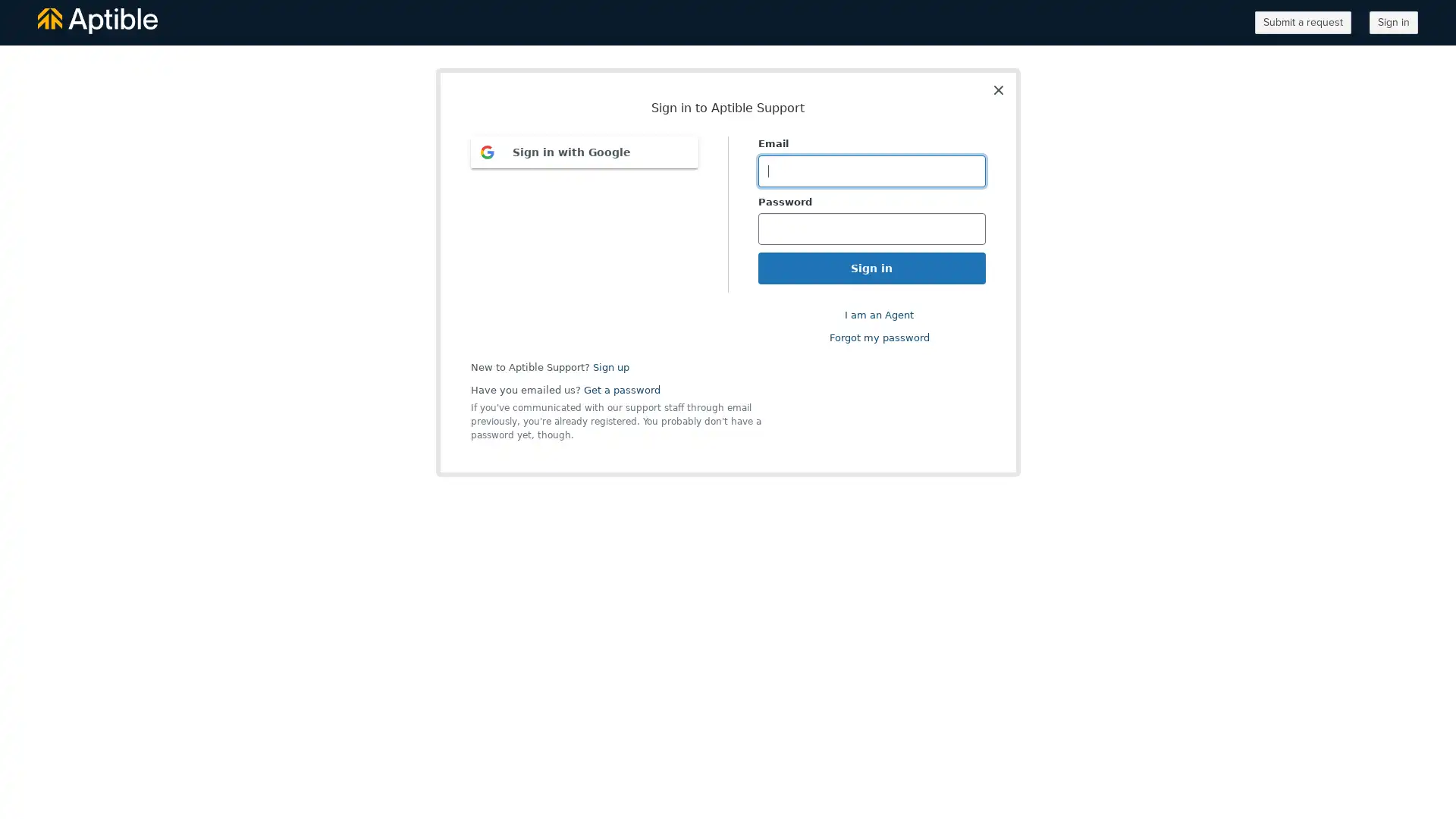 This screenshot has height=819, width=1456. I want to click on Submit a request, so click(1302, 23).